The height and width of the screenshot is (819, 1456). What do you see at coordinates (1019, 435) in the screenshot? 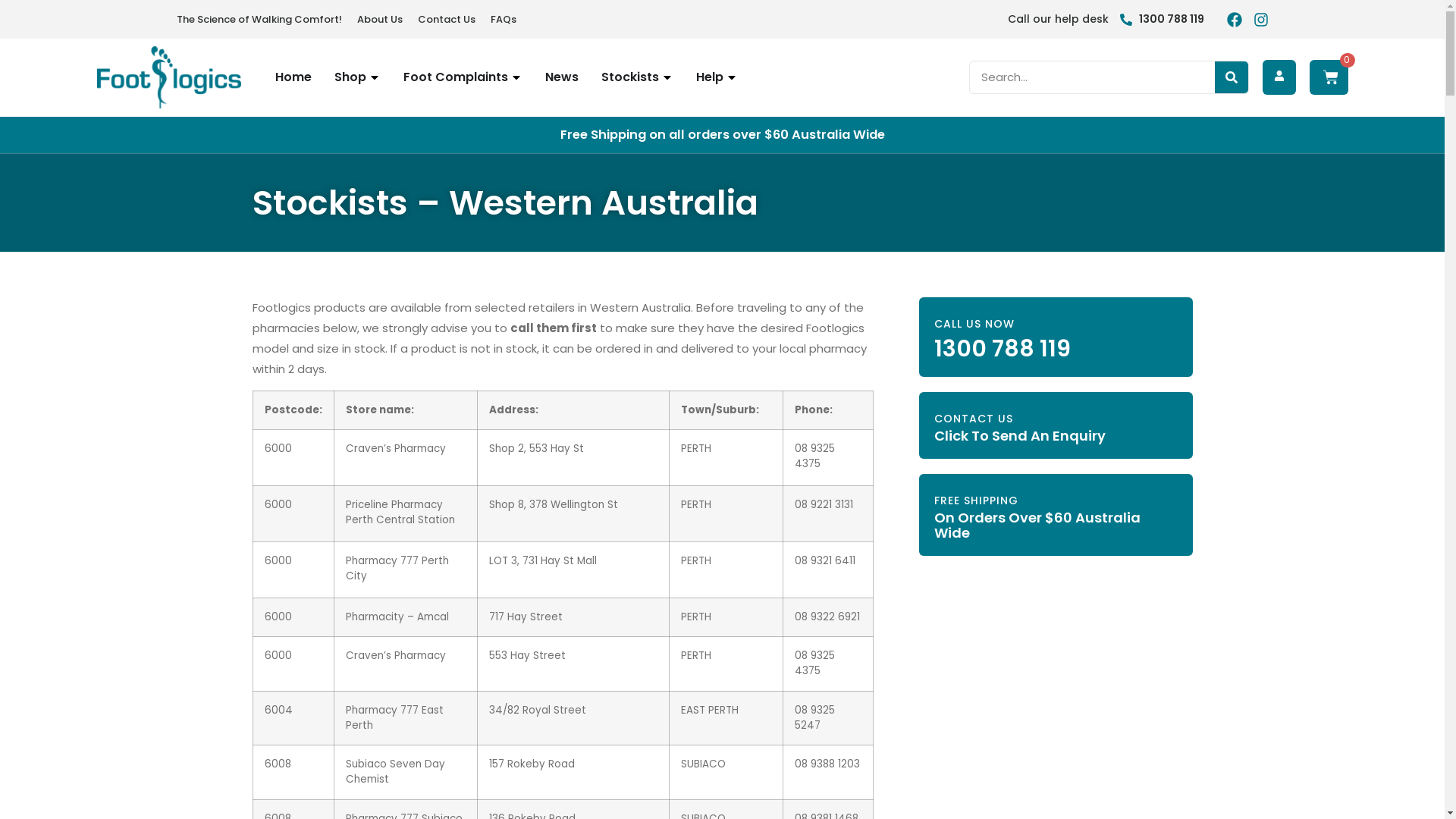
I see `'Click To Send An Enquiry'` at bounding box center [1019, 435].